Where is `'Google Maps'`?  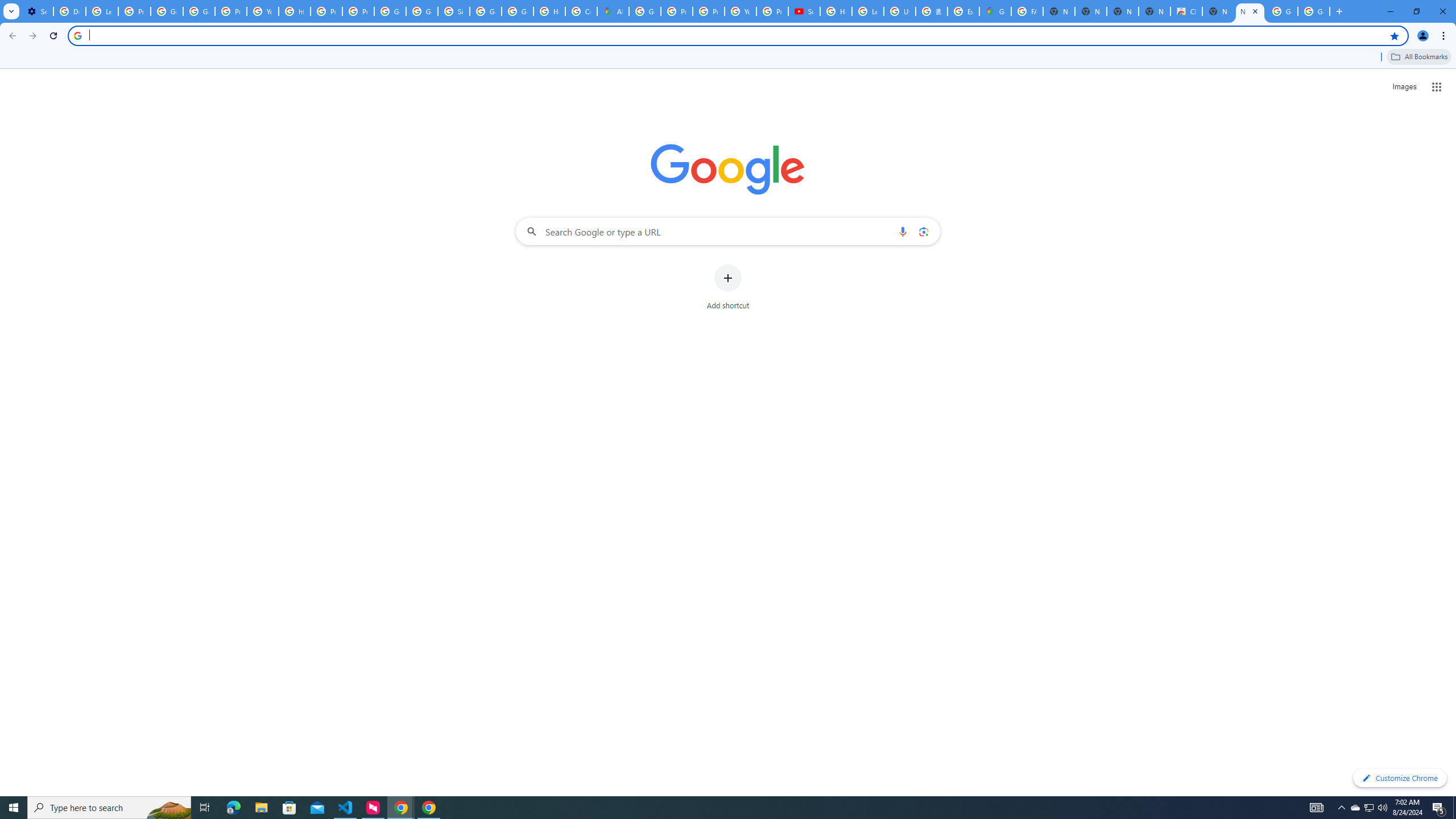 'Google Maps' is located at coordinates (994, 11).